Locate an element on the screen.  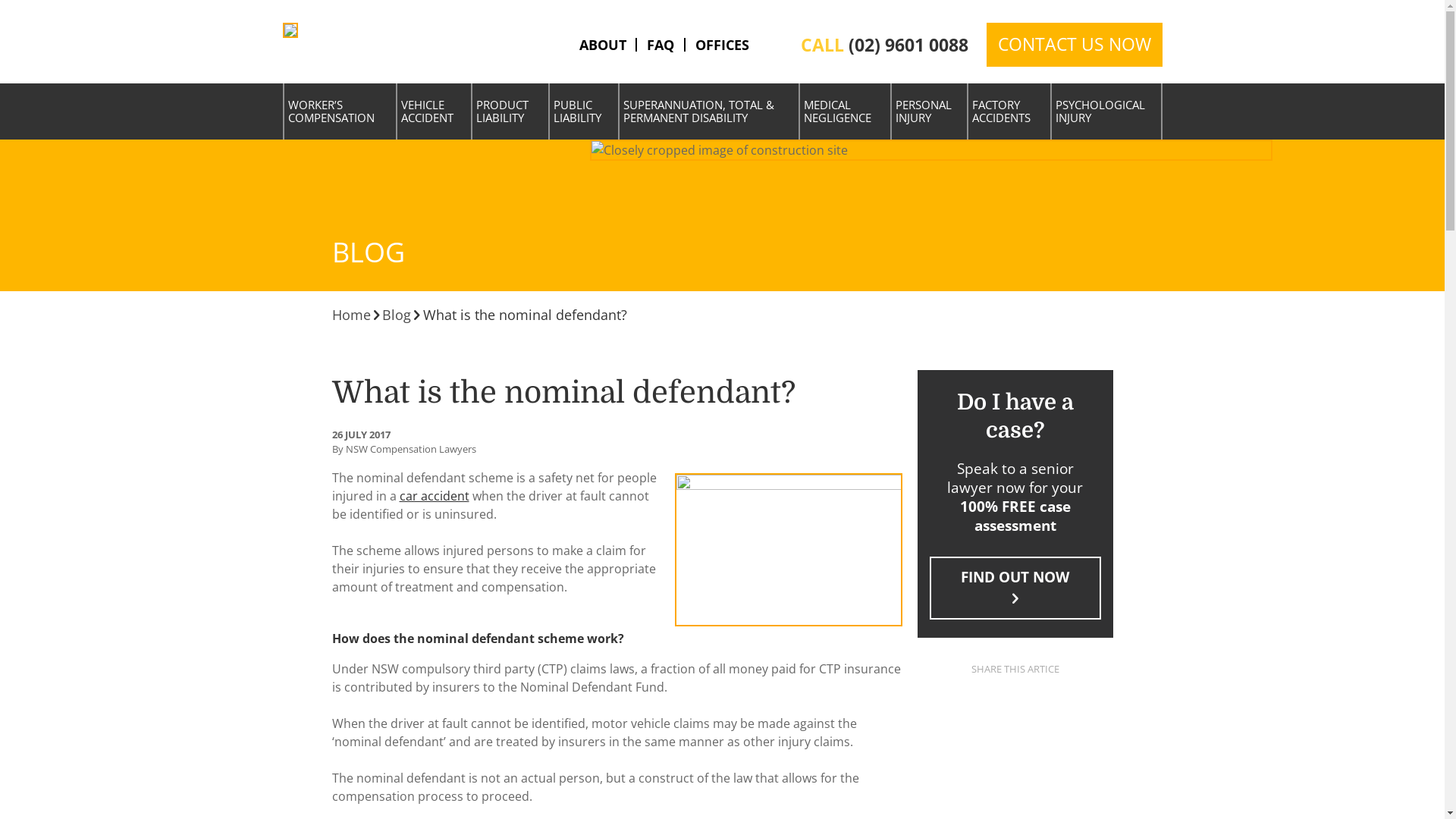
'FACTORY ACCIDENTS' is located at coordinates (1009, 111).